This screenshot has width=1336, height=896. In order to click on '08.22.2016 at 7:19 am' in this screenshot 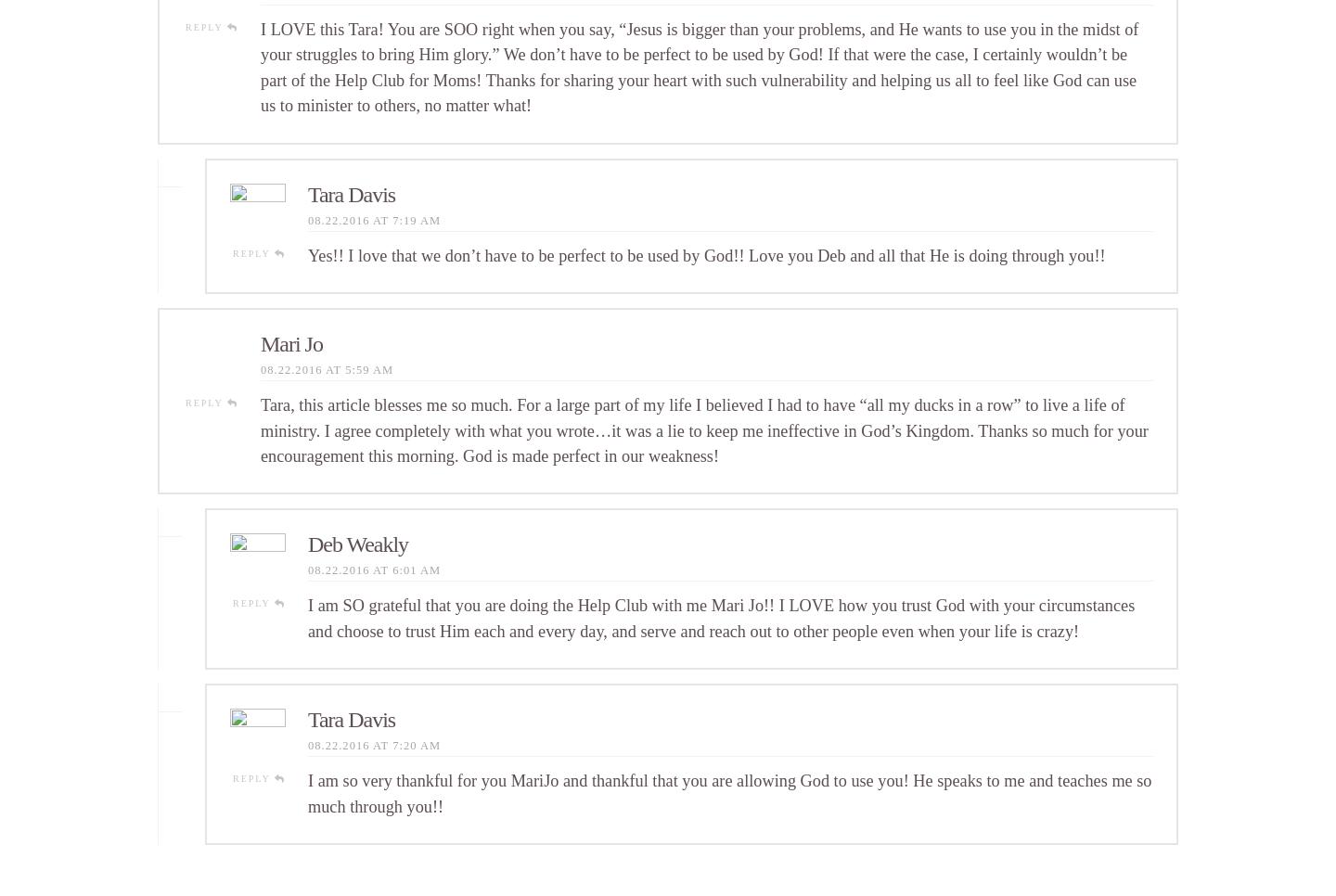, I will do `click(373, 218)`.